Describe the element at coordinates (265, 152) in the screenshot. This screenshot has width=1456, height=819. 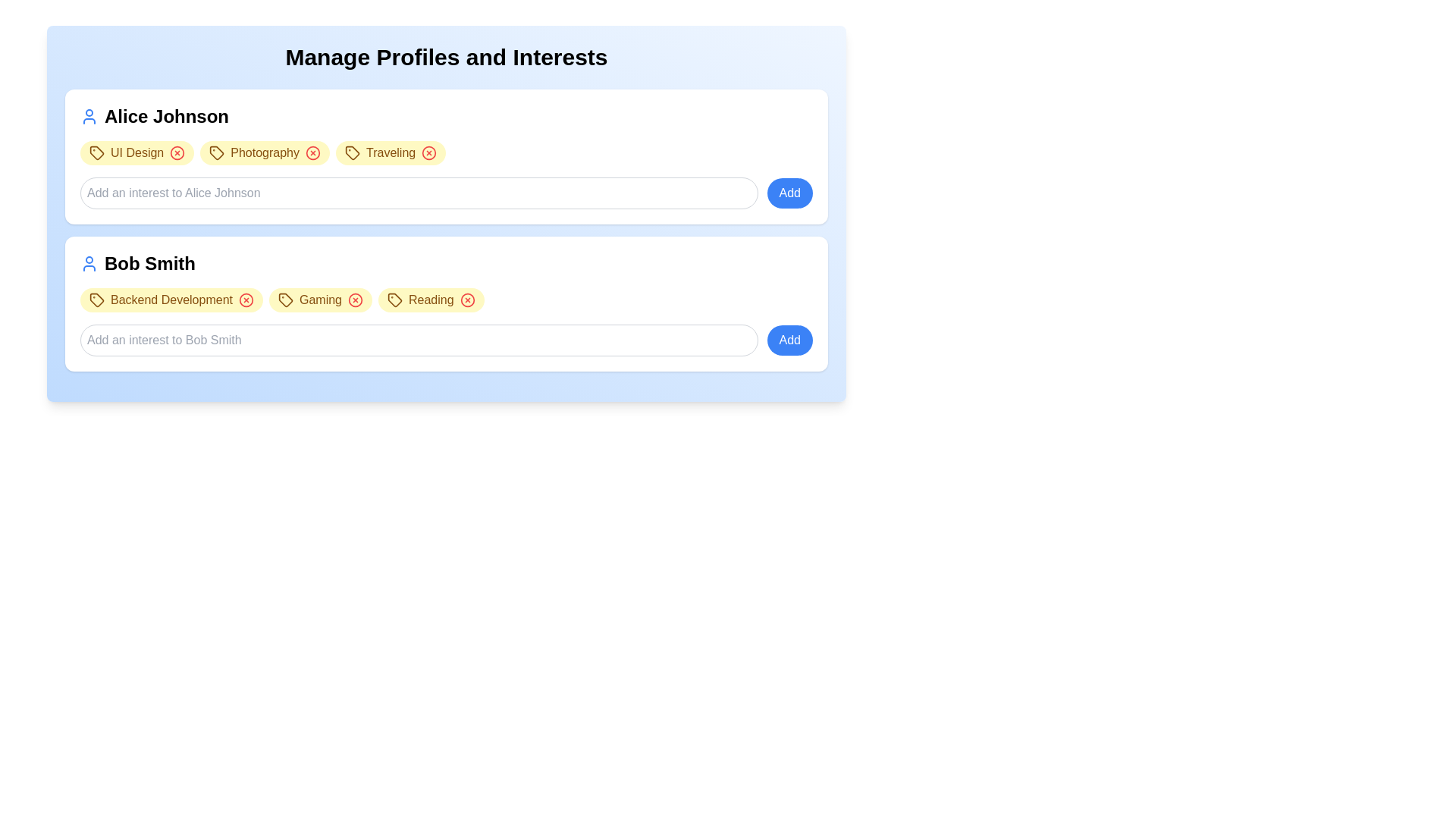
I see `the red 'X' button on the right side of the yellow 'Photography' tag` at that location.